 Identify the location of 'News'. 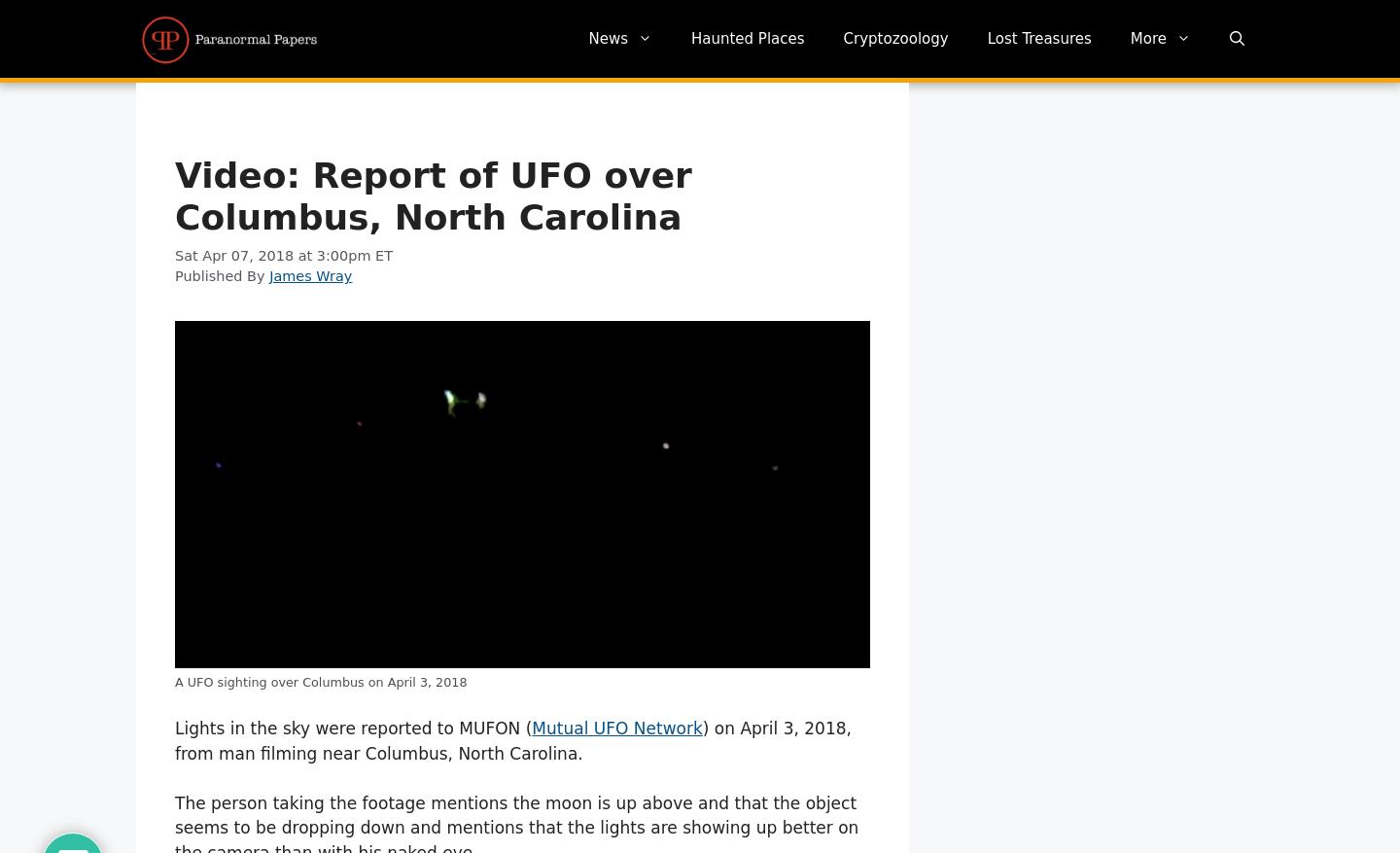
(606, 37).